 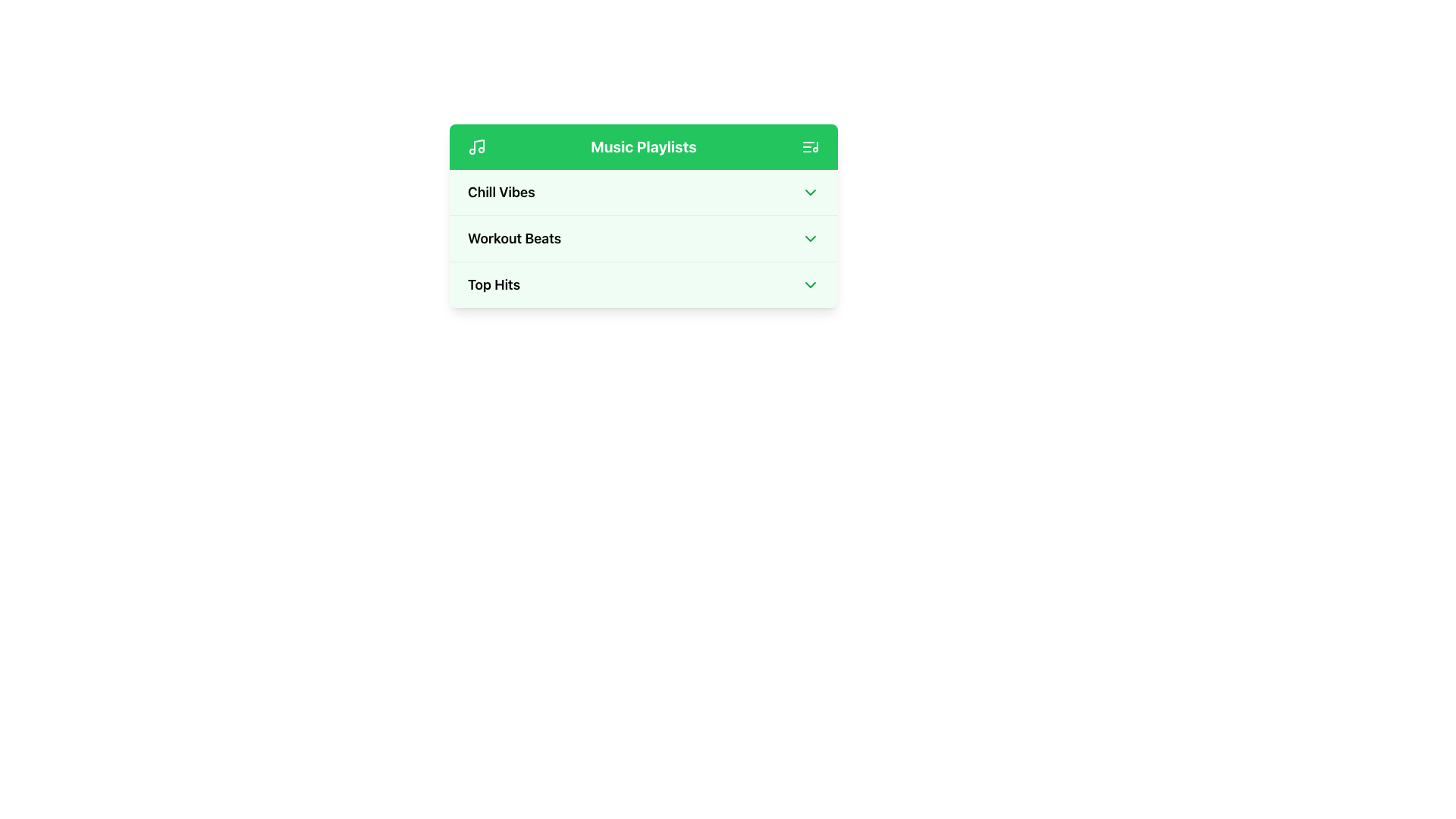 I want to click on the Music Playlists icon located on the left edge of the green header bar, which visually represents the music-related content section, so click(x=475, y=146).